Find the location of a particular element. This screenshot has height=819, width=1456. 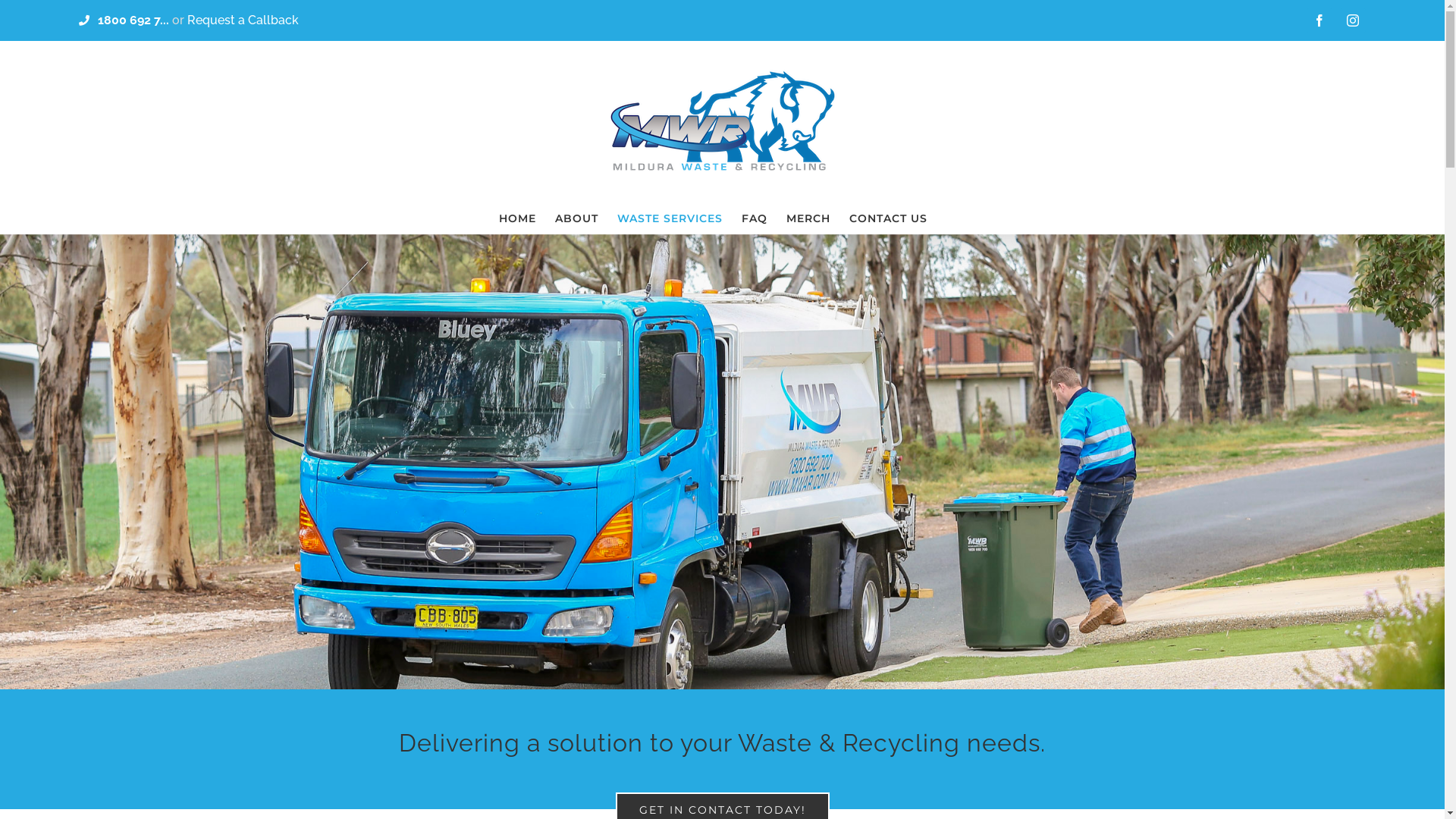

'ABOUT' is located at coordinates (576, 218).